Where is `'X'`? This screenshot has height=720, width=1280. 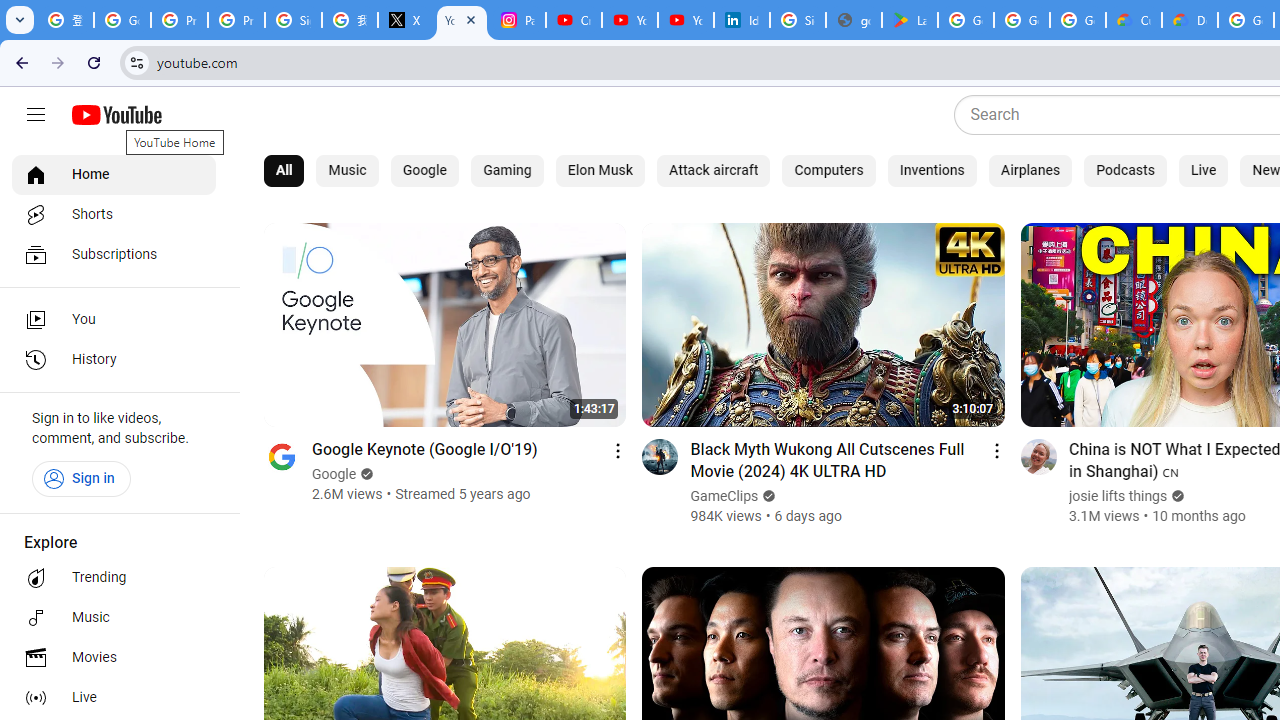
'X' is located at coordinates (404, 20).